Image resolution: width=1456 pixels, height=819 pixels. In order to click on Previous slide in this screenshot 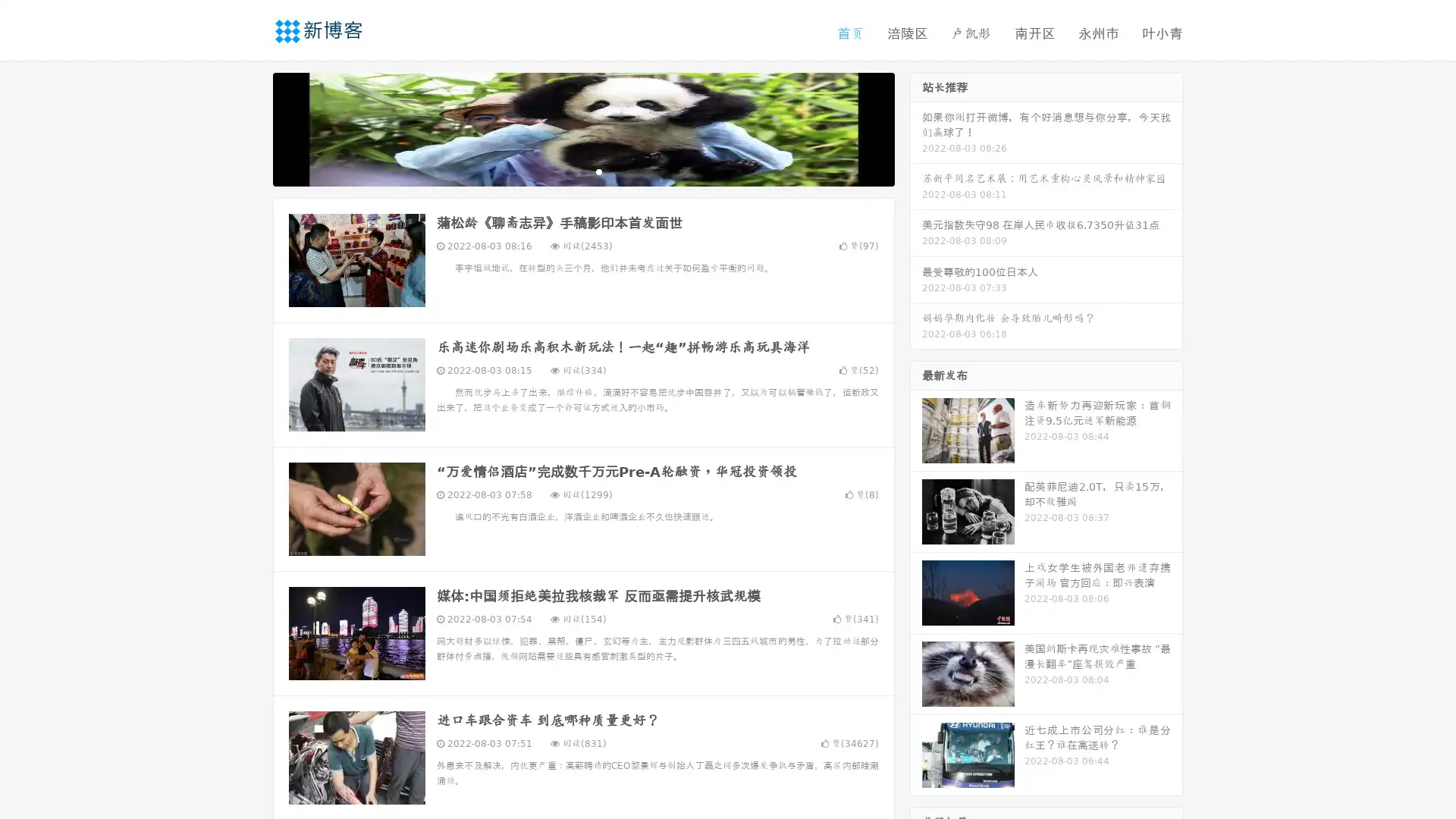, I will do `click(250, 127)`.